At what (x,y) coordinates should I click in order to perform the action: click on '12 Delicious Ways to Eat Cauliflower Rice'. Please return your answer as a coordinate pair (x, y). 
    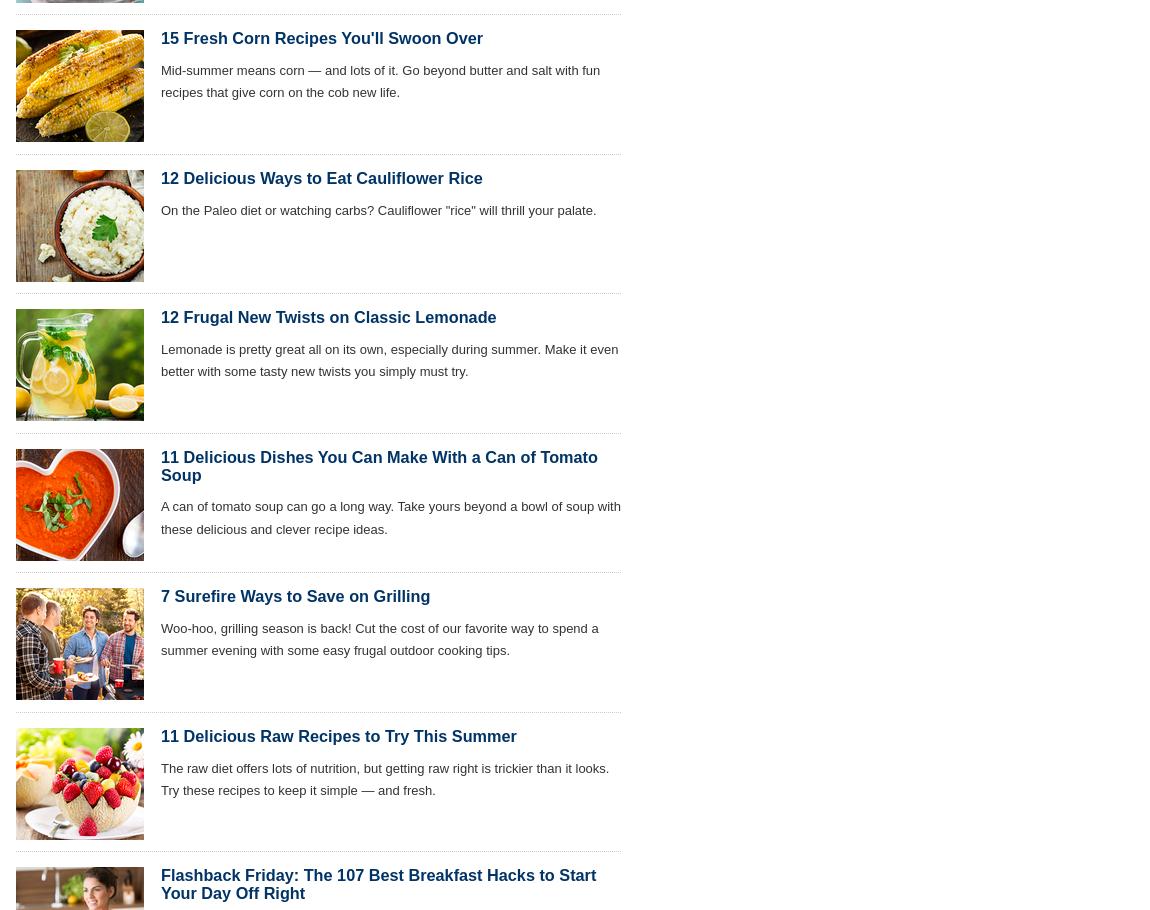
    Looking at the image, I should click on (160, 176).